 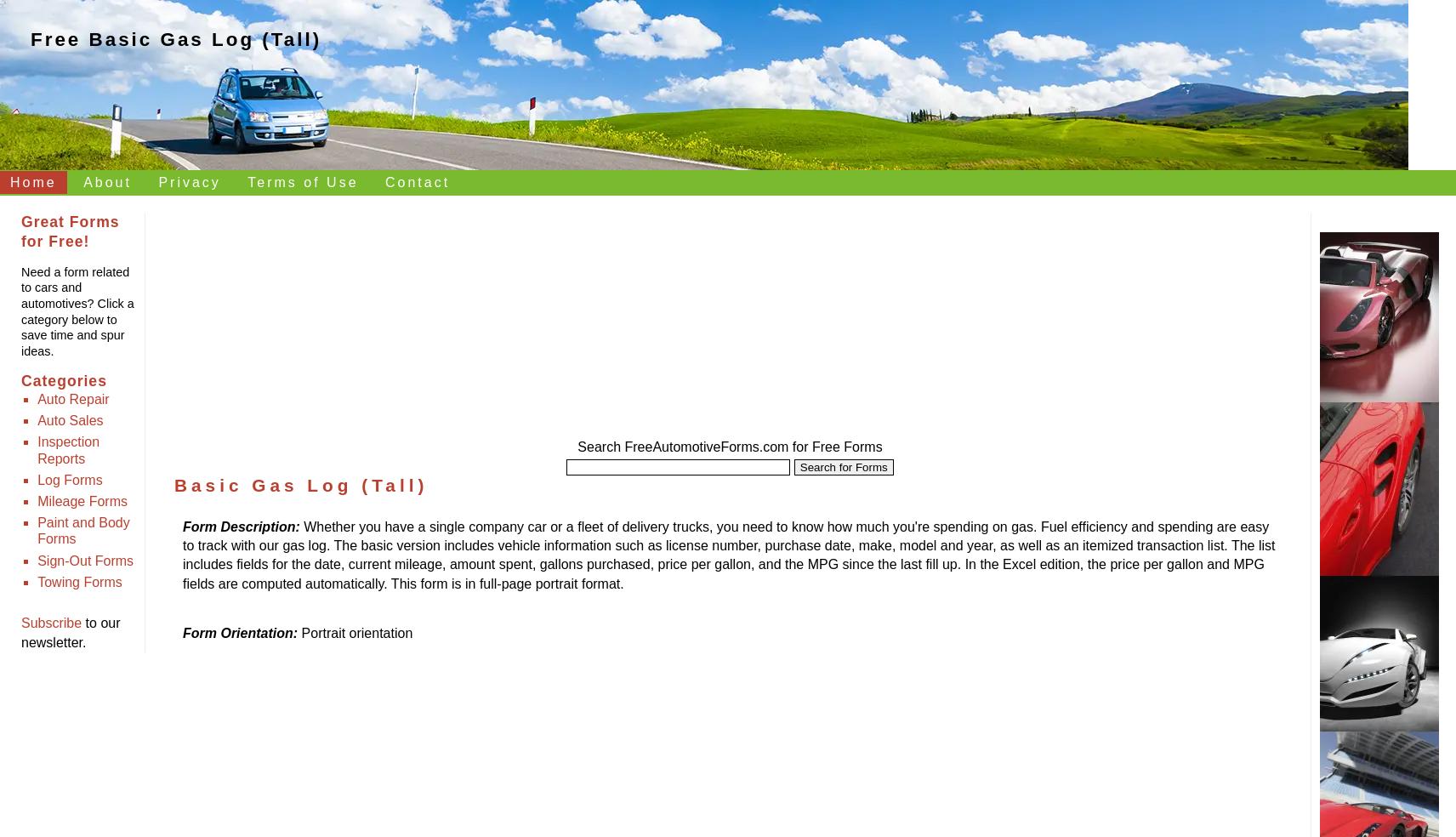 I want to click on 'to our newsletter.', so click(x=70, y=631).